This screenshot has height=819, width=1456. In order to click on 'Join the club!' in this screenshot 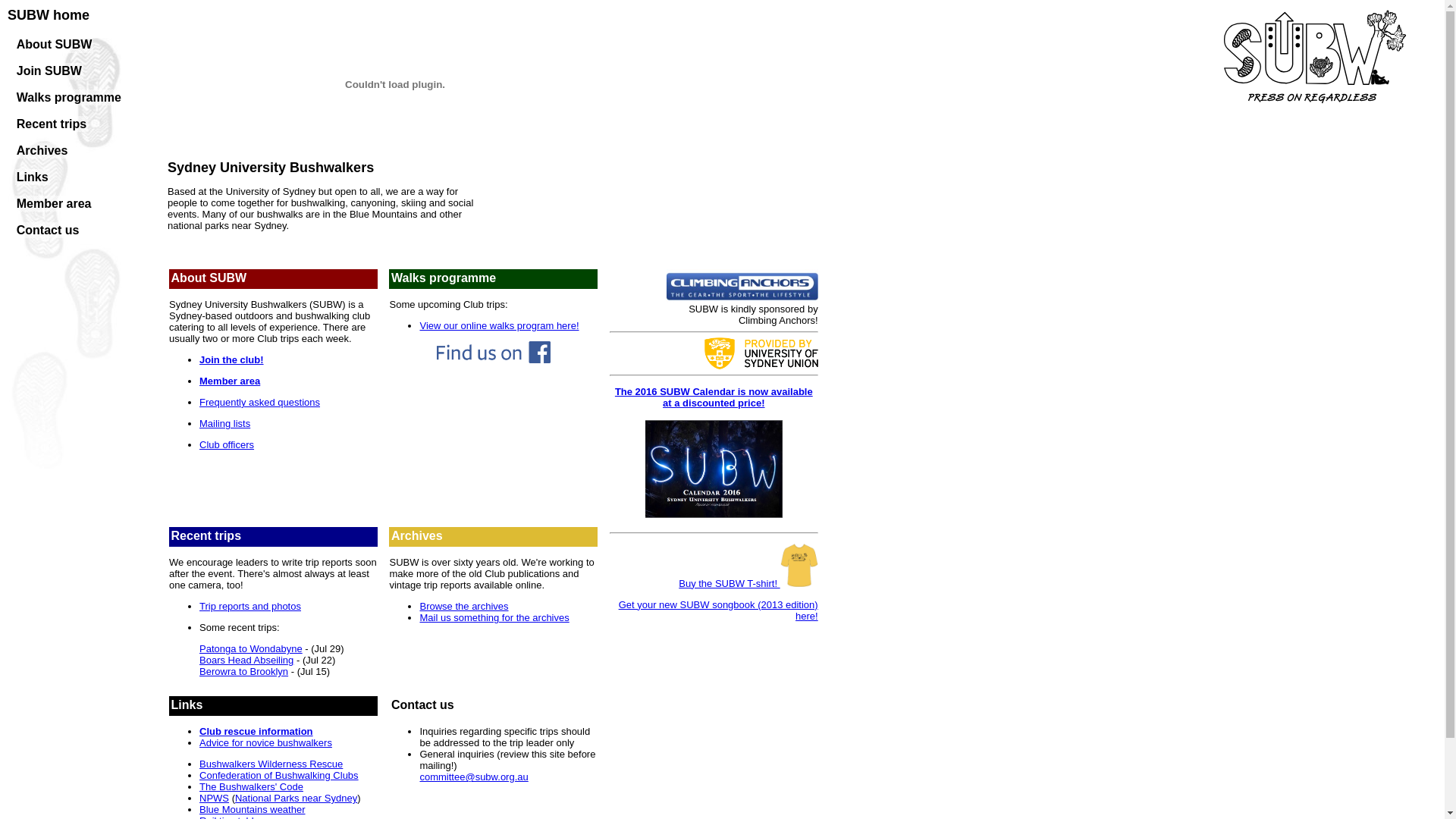, I will do `click(231, 359)`.